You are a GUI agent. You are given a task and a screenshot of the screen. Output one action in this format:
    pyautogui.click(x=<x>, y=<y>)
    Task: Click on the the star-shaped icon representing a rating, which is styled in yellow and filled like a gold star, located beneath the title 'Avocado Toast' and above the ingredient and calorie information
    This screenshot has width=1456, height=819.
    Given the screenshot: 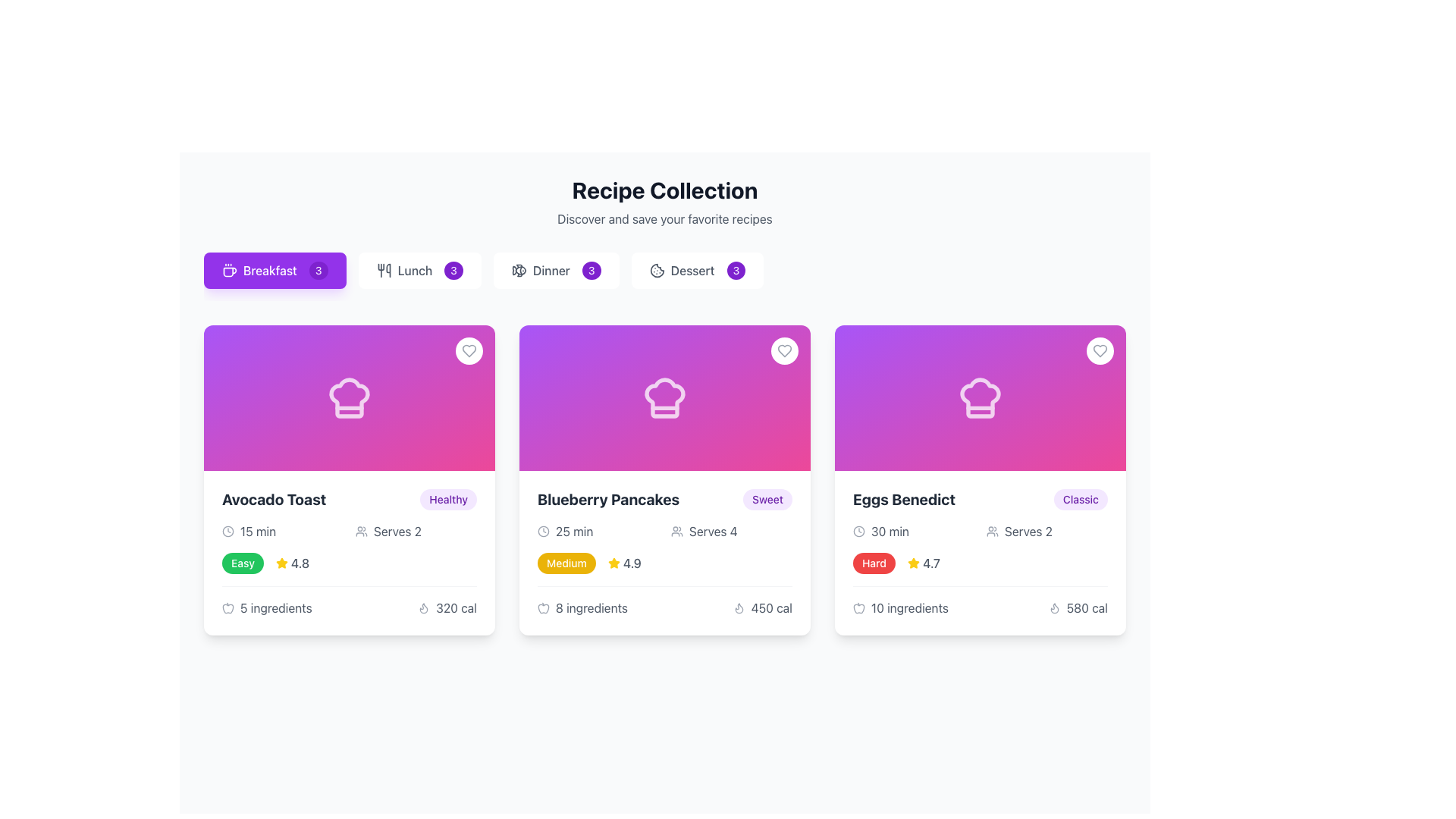 What is the action you would take?
    pyautogui.click(x=281, y=563)
    